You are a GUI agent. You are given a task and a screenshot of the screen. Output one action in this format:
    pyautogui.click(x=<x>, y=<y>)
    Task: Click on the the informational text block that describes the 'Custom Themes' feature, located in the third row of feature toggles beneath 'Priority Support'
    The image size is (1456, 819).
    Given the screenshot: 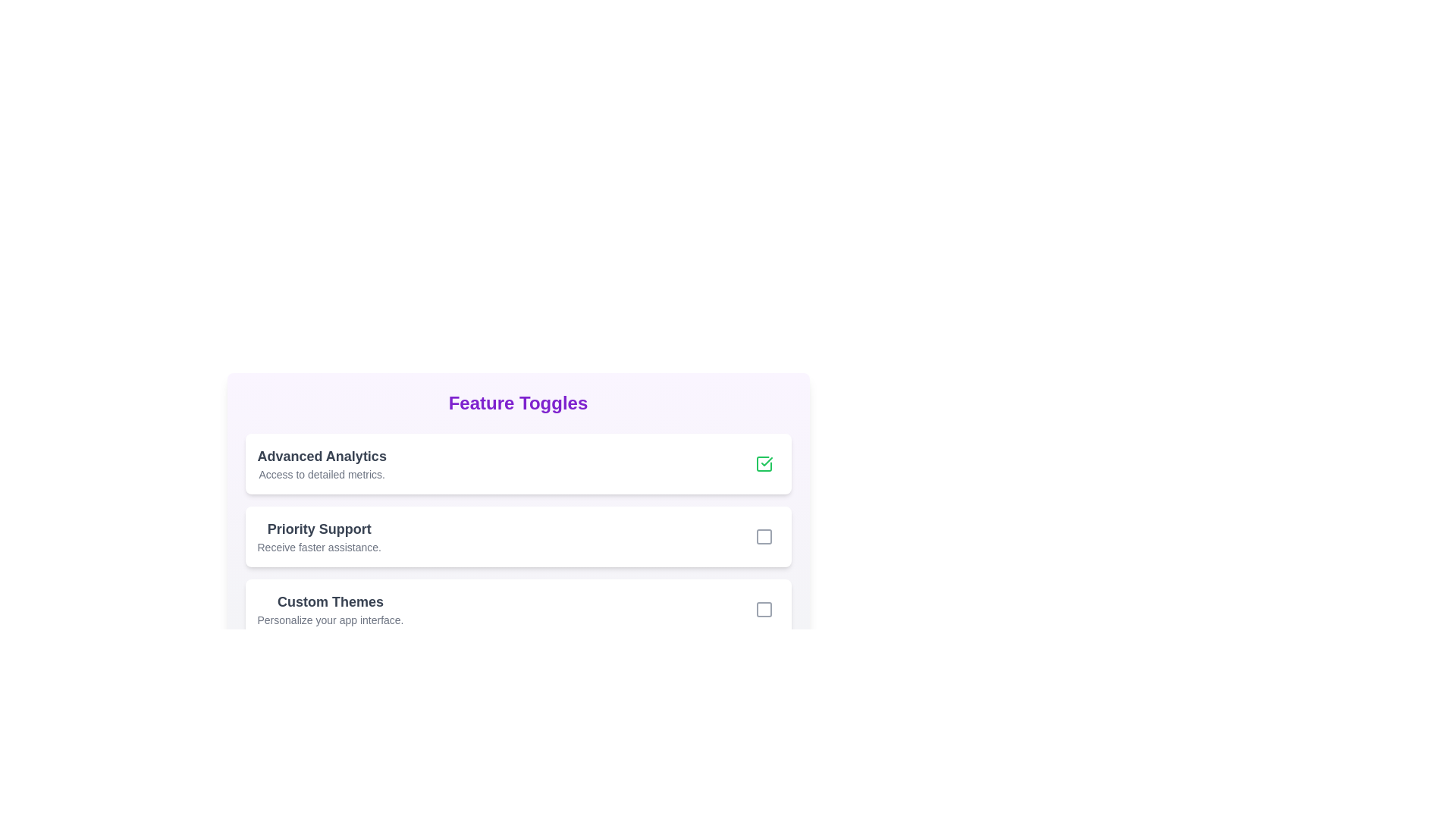 What is the action you would take?
    pyautogui.click(x=330, y=608)
    